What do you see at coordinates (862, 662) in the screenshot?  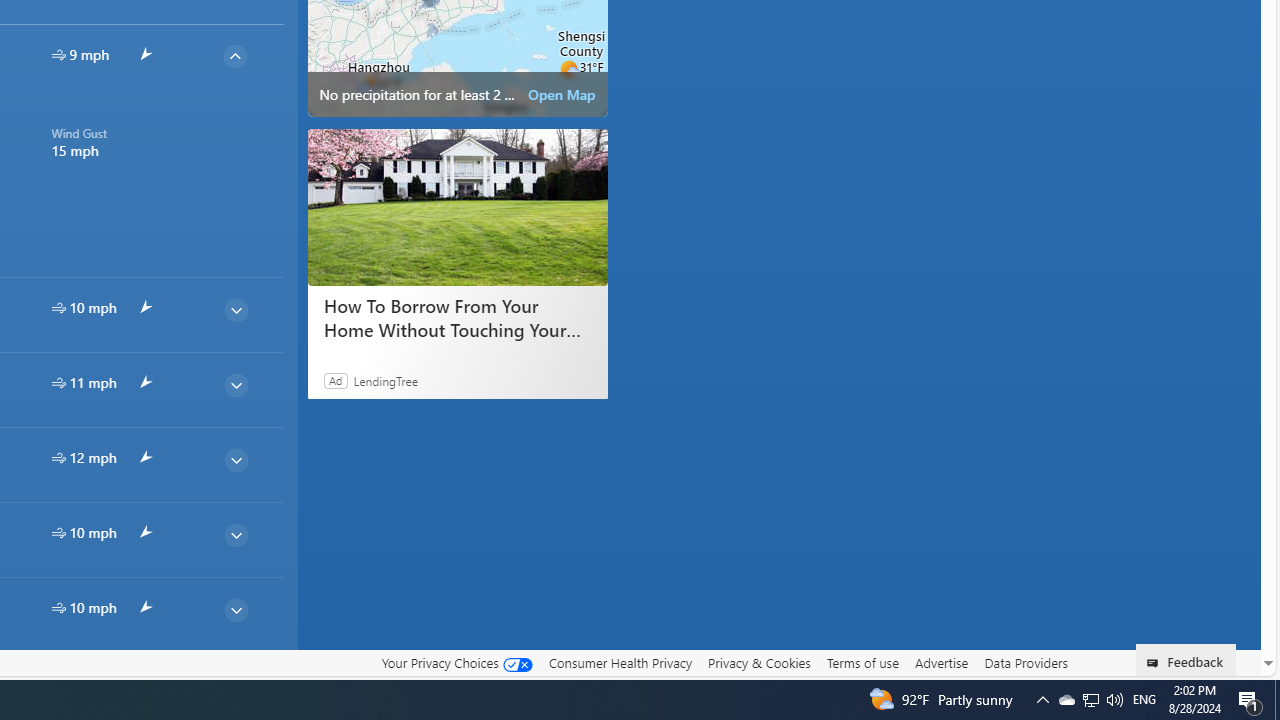 I see `'Terms of use'` at bounding box center [862, 662].